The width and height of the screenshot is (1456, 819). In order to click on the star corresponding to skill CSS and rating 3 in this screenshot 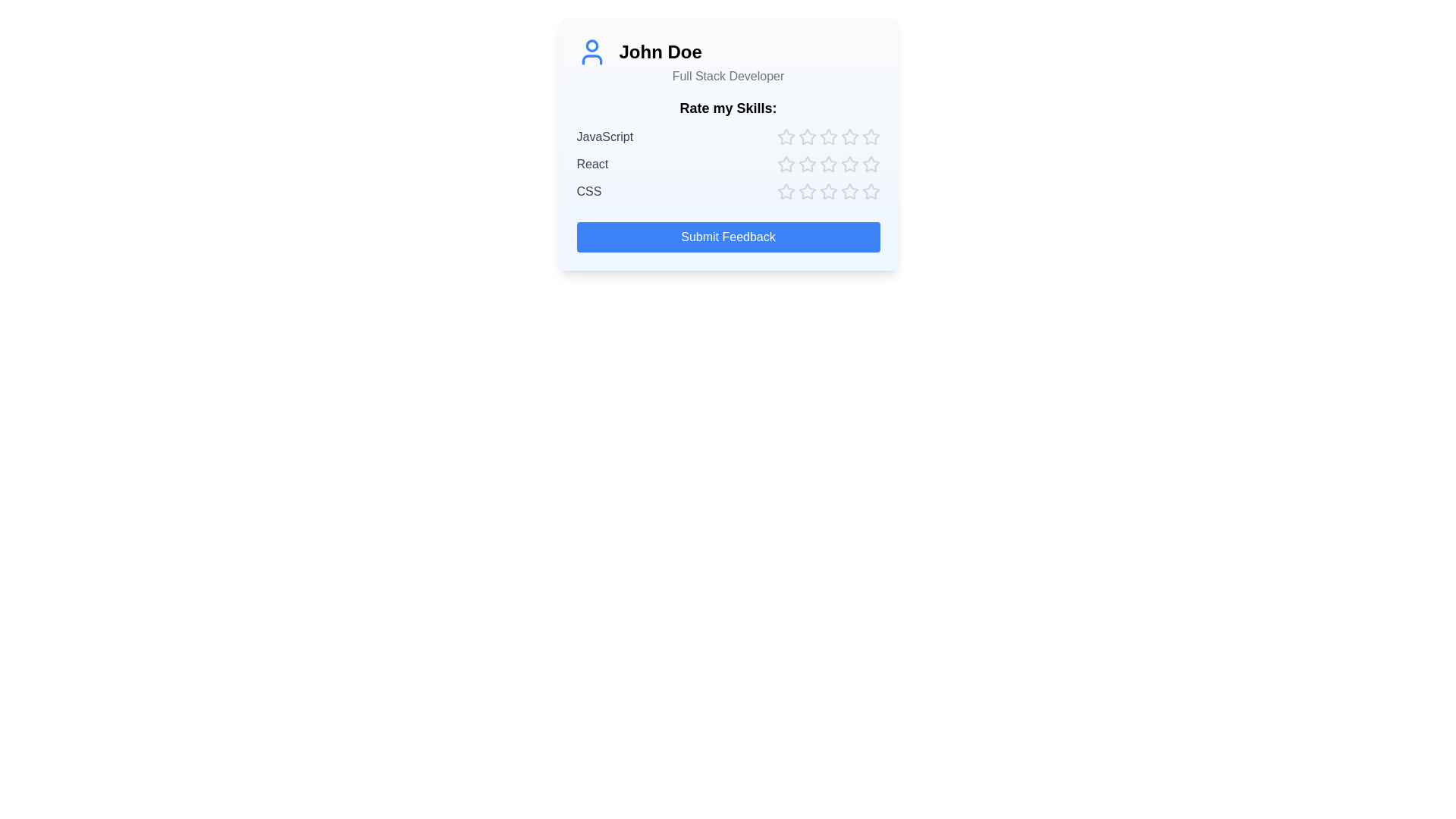, I will do `click(827, 191)`.